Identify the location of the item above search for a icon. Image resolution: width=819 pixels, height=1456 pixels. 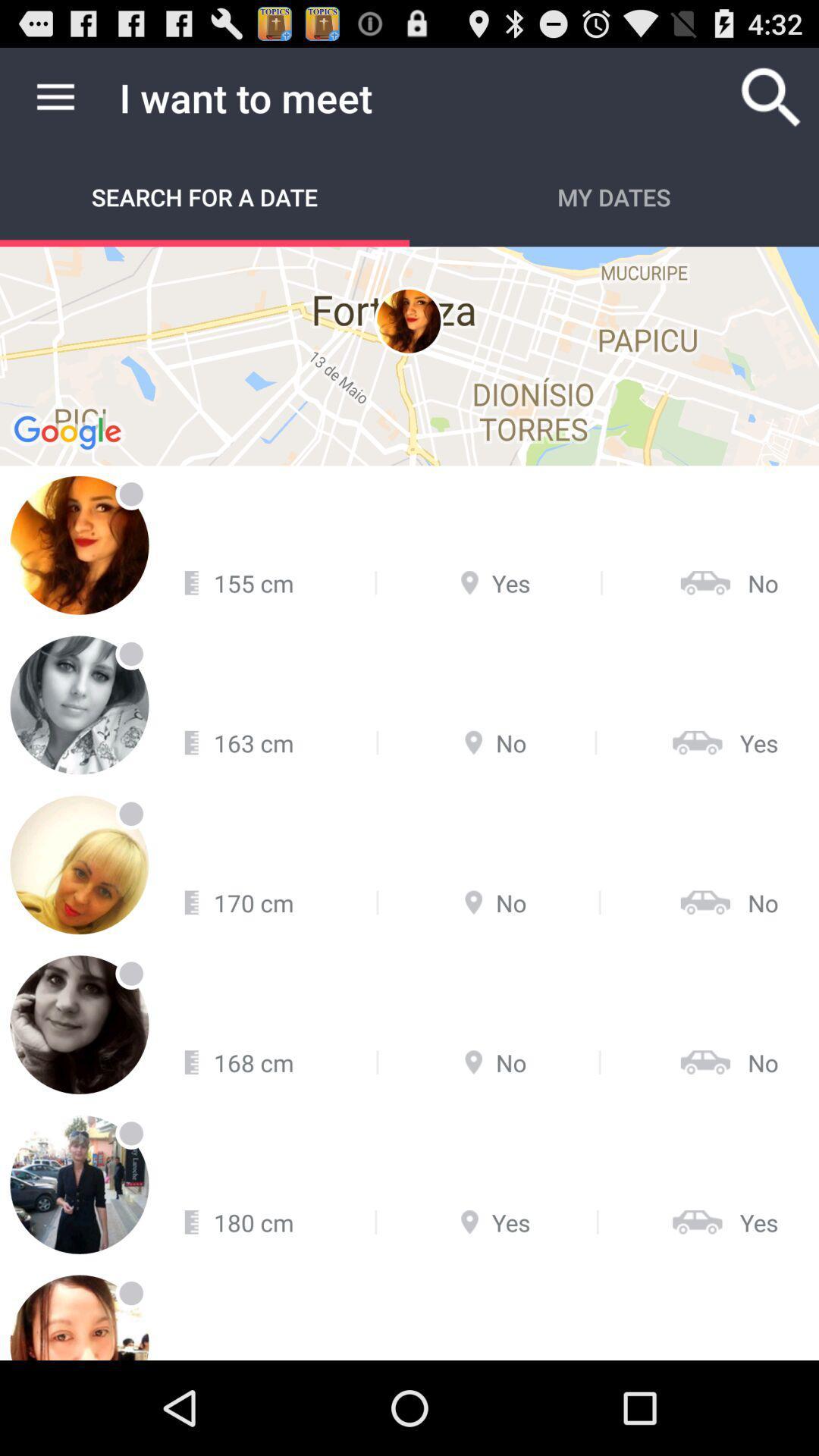
(55, 96).